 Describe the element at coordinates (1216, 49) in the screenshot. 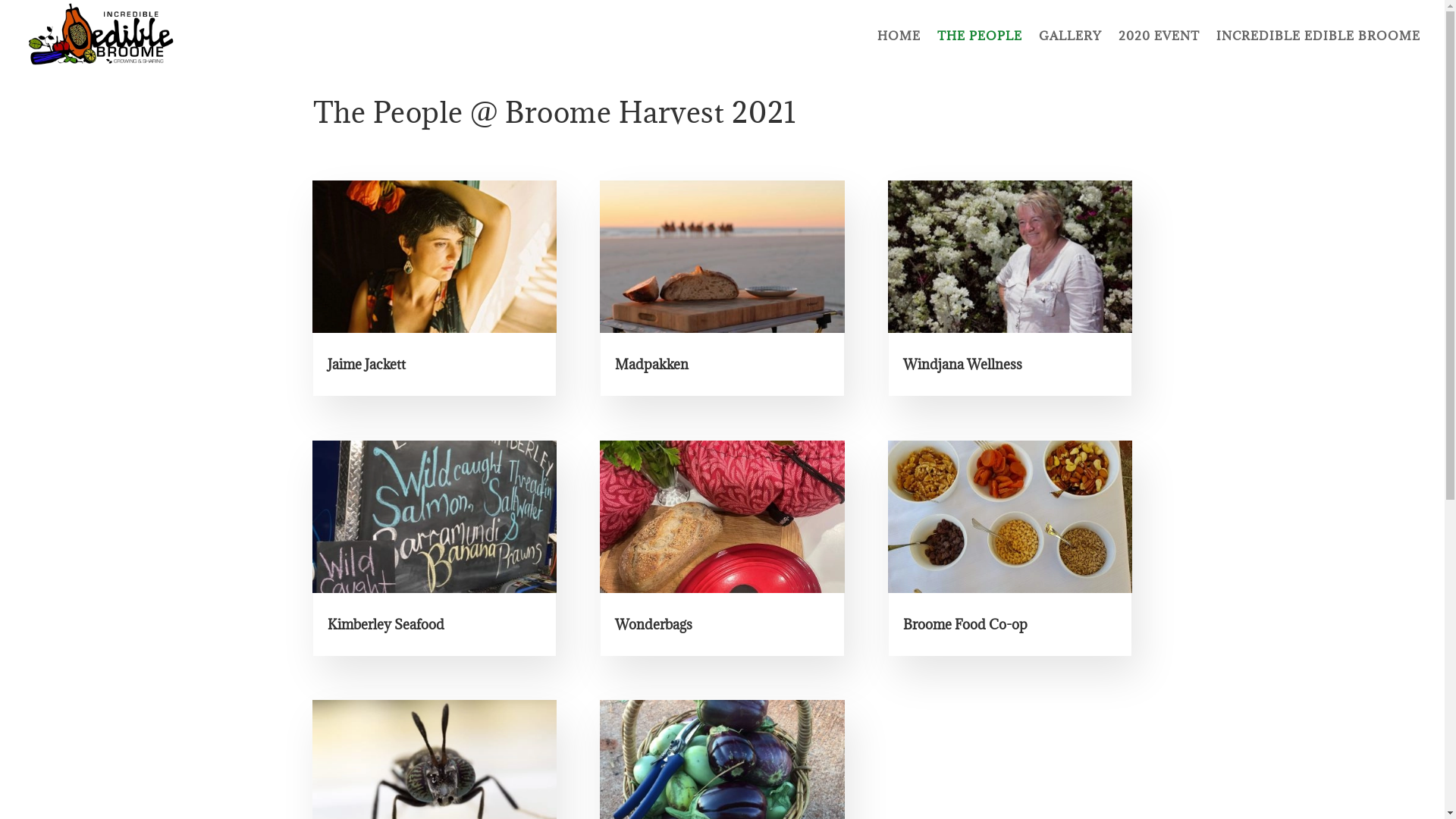

I see `'INCREDIBLE EDIBLE BROOME'` at that location.